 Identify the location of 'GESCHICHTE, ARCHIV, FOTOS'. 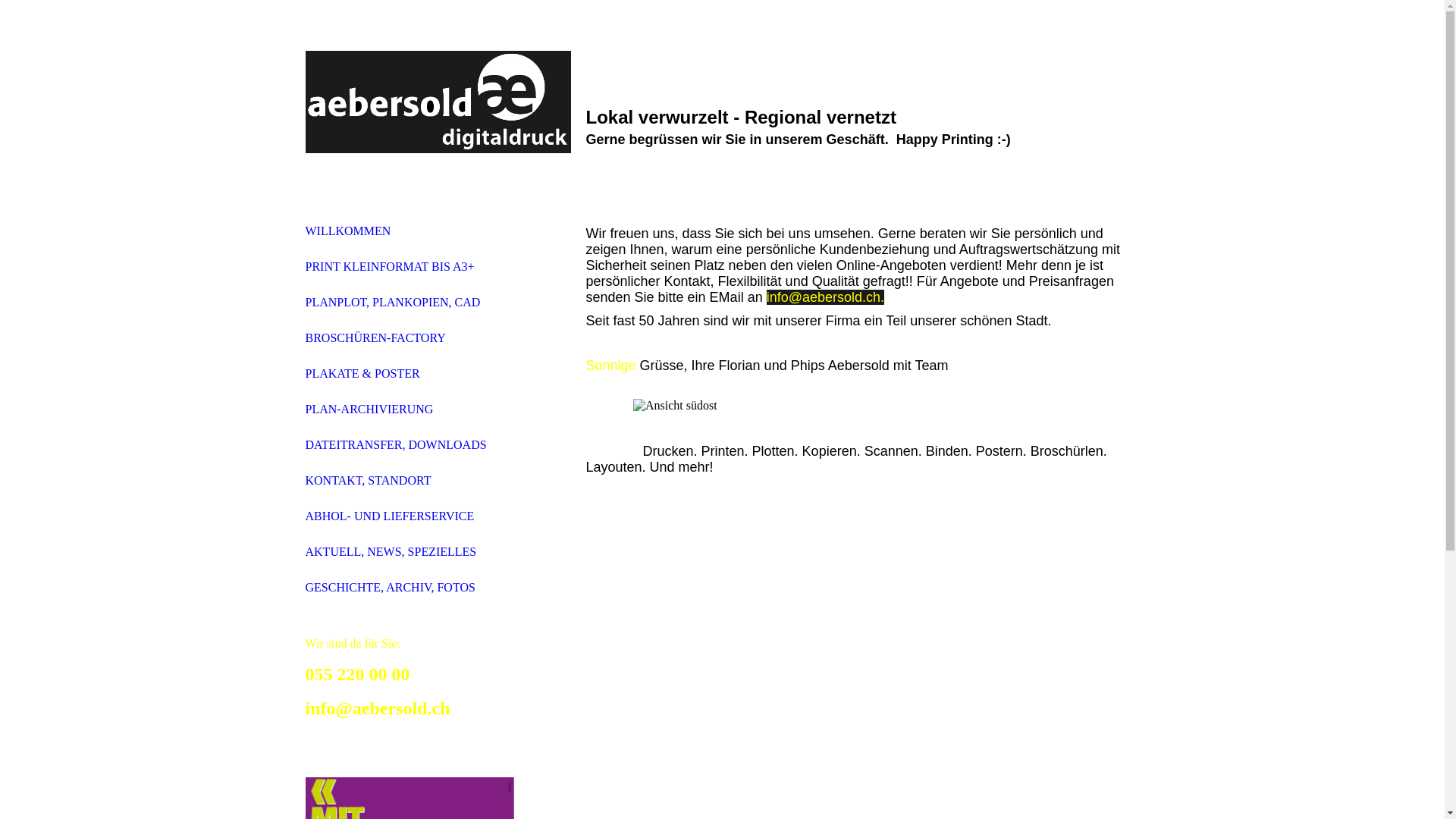
(389, 586).